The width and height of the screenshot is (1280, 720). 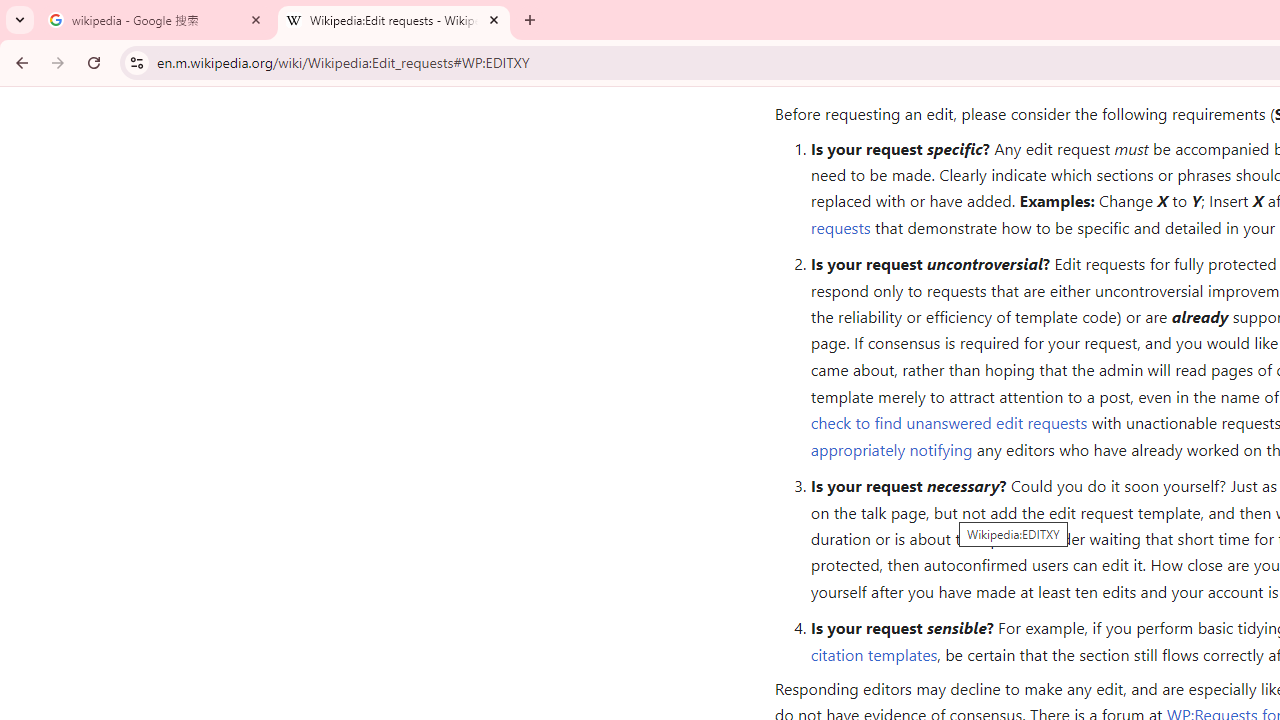 What do you see at coordinates (394, 20) in the screenshot?
I see `'Wikipedia:Edit requests - Wikipedia'` at bounding box center [394, 20].